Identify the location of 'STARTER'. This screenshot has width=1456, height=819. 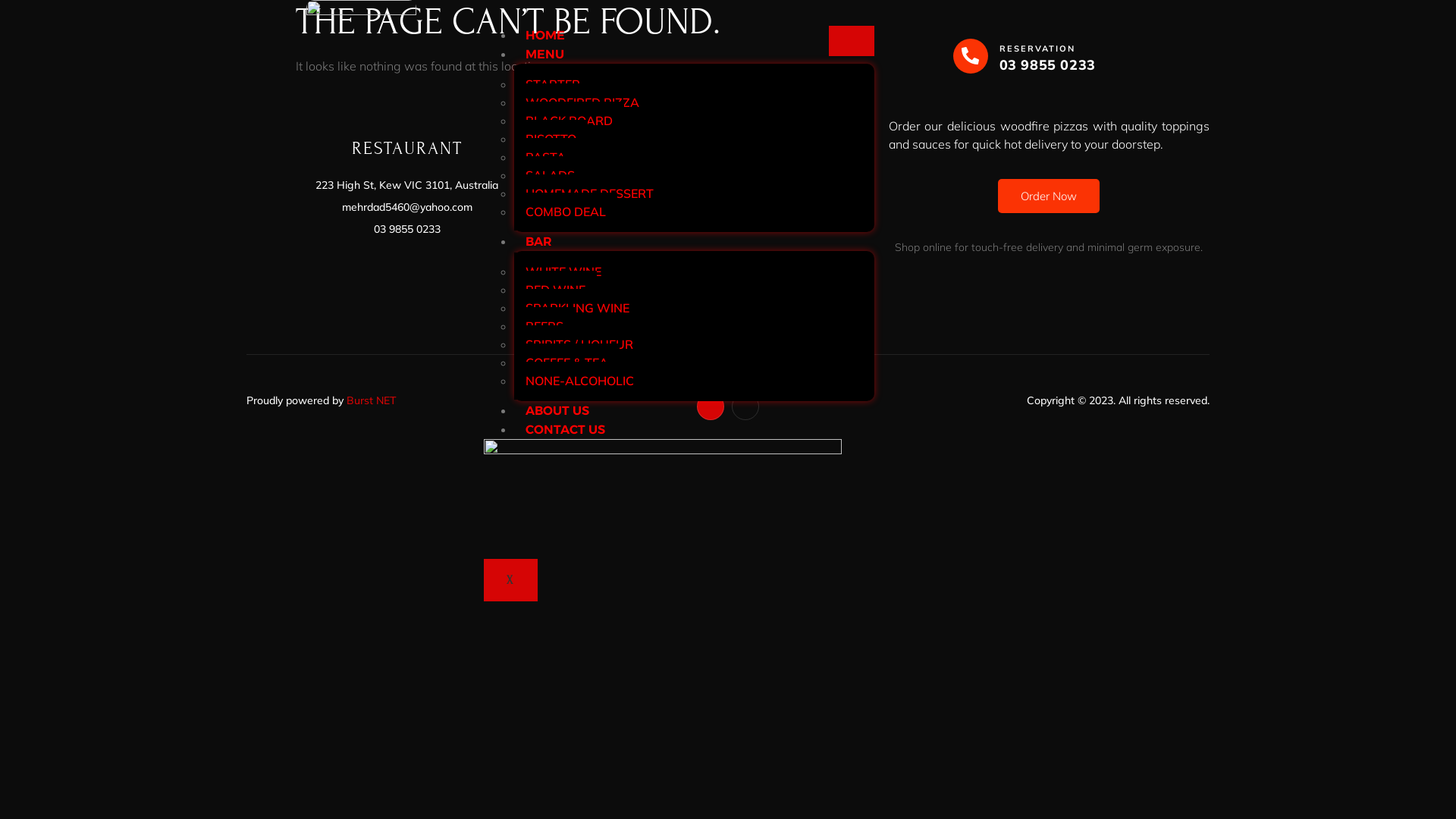
(513, 84).